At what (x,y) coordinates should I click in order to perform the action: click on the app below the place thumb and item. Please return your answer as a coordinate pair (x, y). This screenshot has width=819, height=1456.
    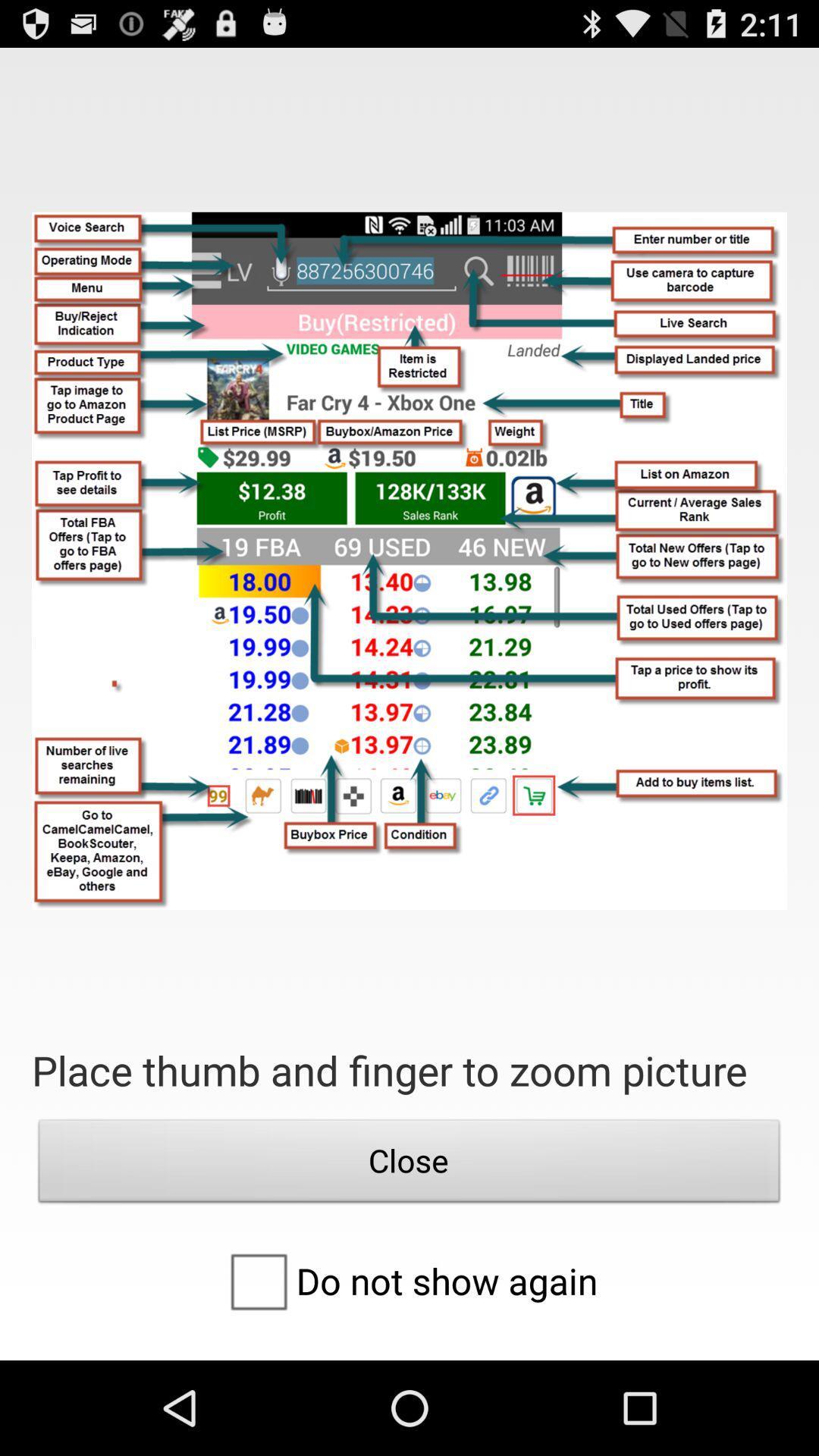
    Looking at the image, I should click on (409, 1164).